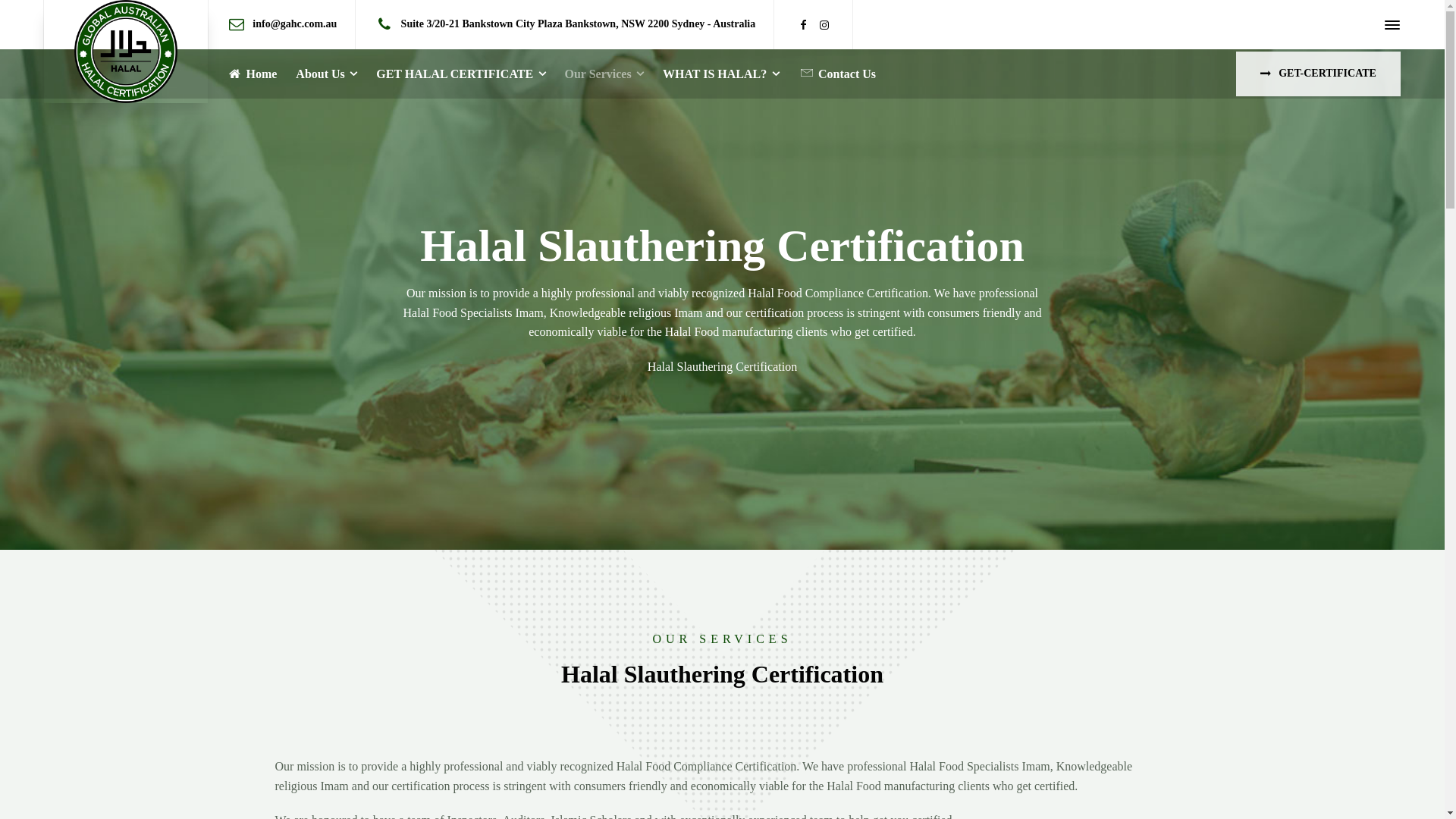 The height and width of the screenshot is (819, 1456). What do you see at coordinates (1317, 74) in the screenshot?
I see `'GET-CERTIFICATE'` at bounding box center [1317, 74].